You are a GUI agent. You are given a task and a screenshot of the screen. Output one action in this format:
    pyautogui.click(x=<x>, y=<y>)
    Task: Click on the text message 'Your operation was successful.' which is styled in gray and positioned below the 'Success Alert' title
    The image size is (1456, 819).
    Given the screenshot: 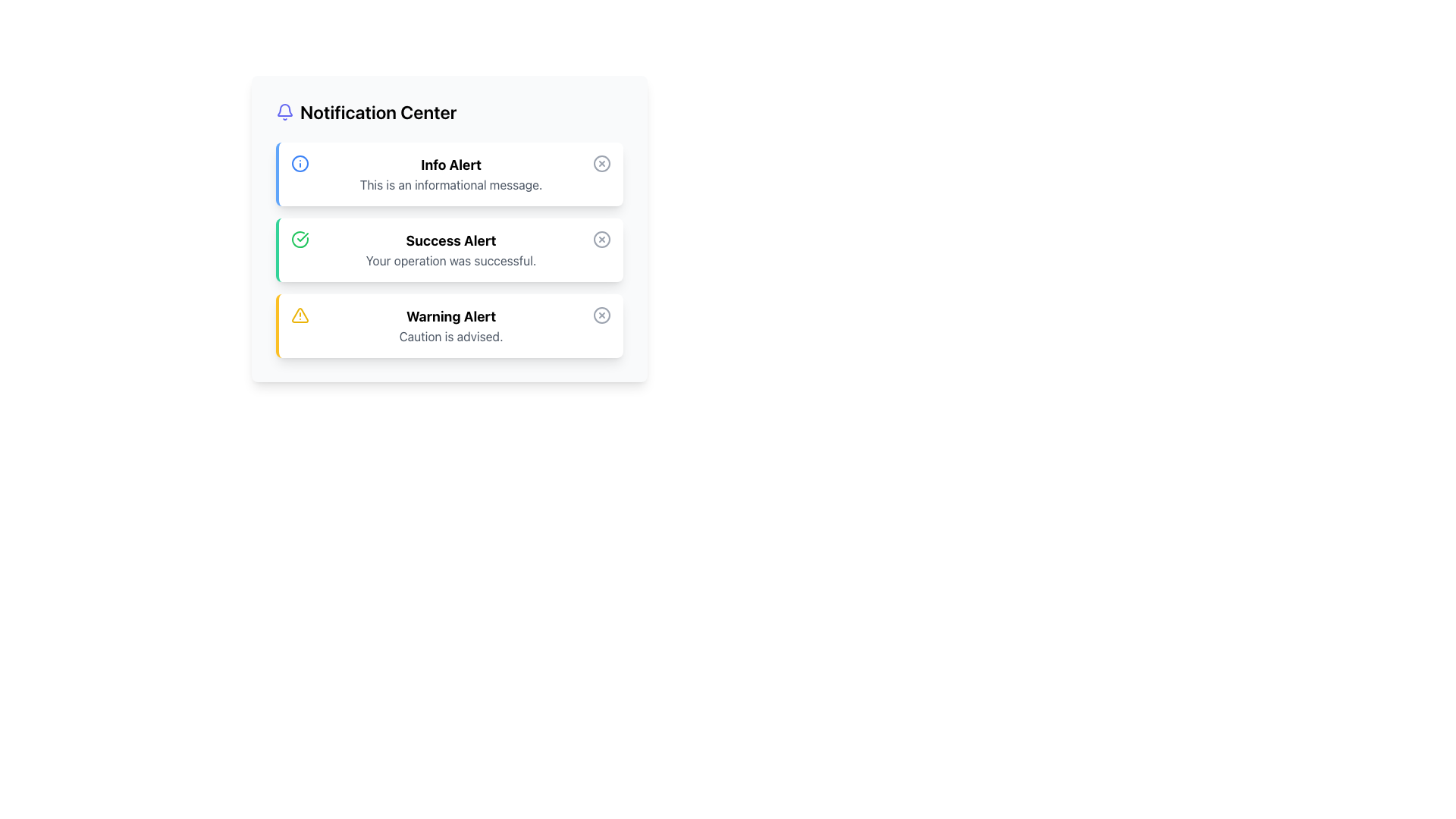 What is the action you would take?
    pyautogui.click(x=450, y=259)
    